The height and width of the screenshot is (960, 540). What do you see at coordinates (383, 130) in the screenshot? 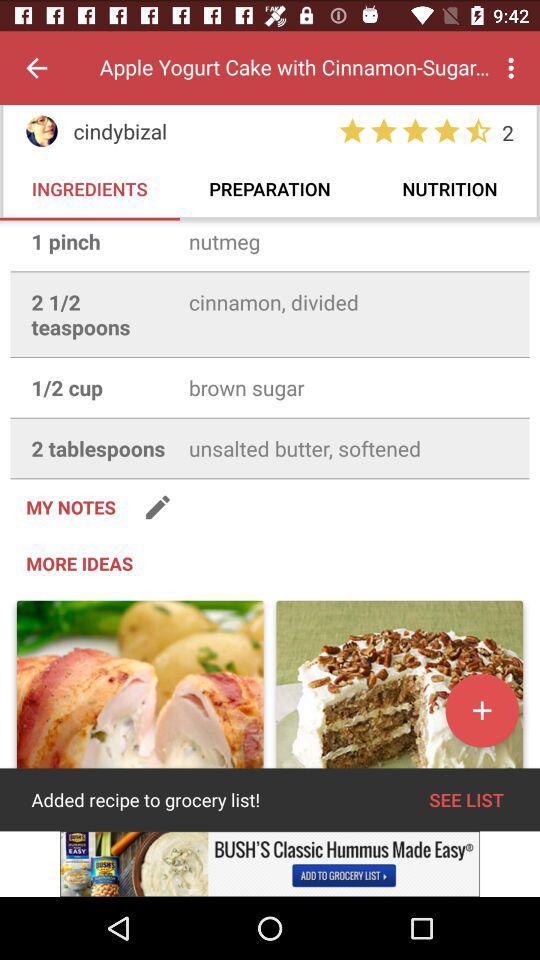
I see `the second star under ratings` at bounding box center [383, 130].